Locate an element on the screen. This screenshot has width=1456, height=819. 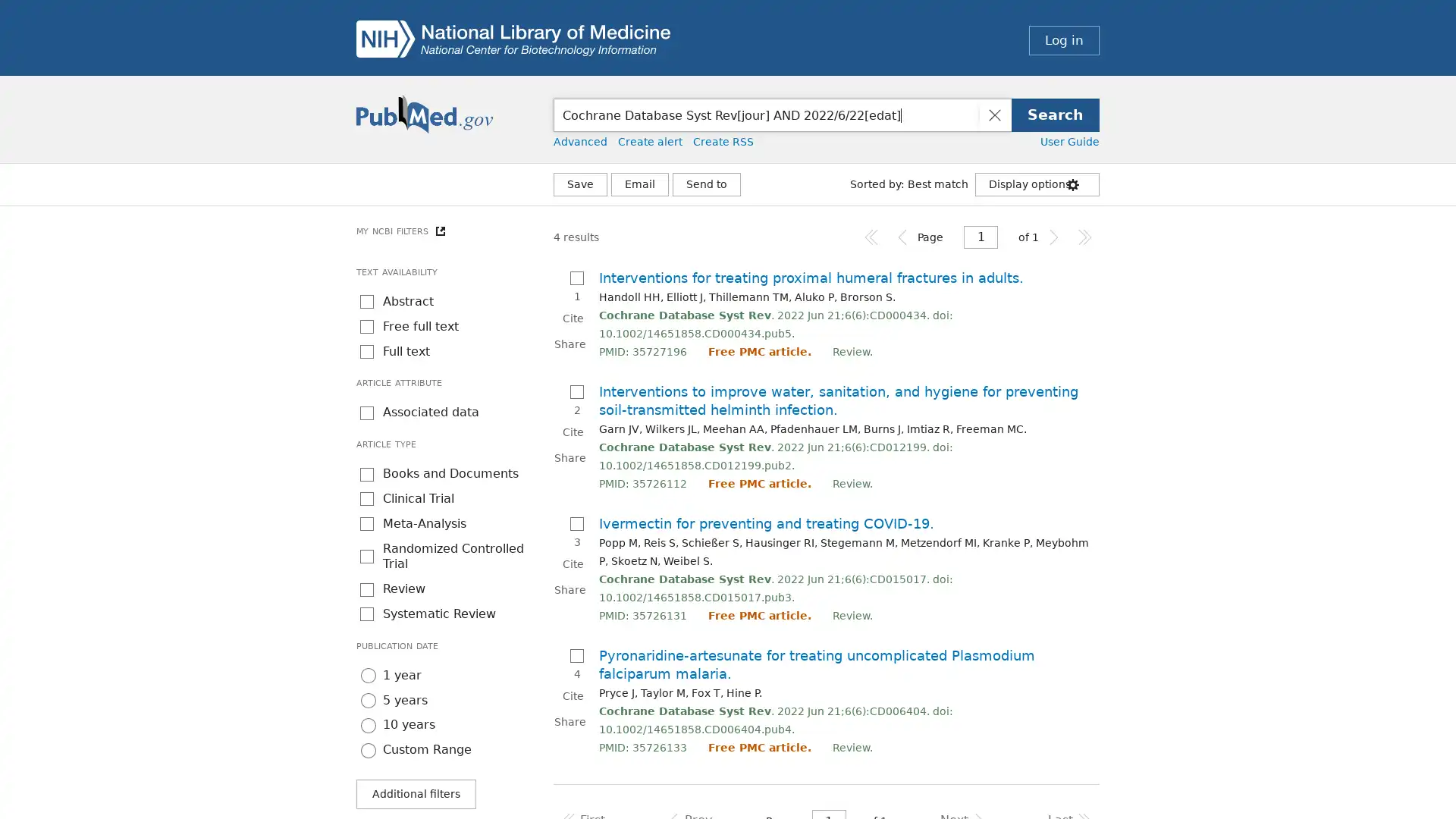
Additional filters is located at coordinates (416, 792).